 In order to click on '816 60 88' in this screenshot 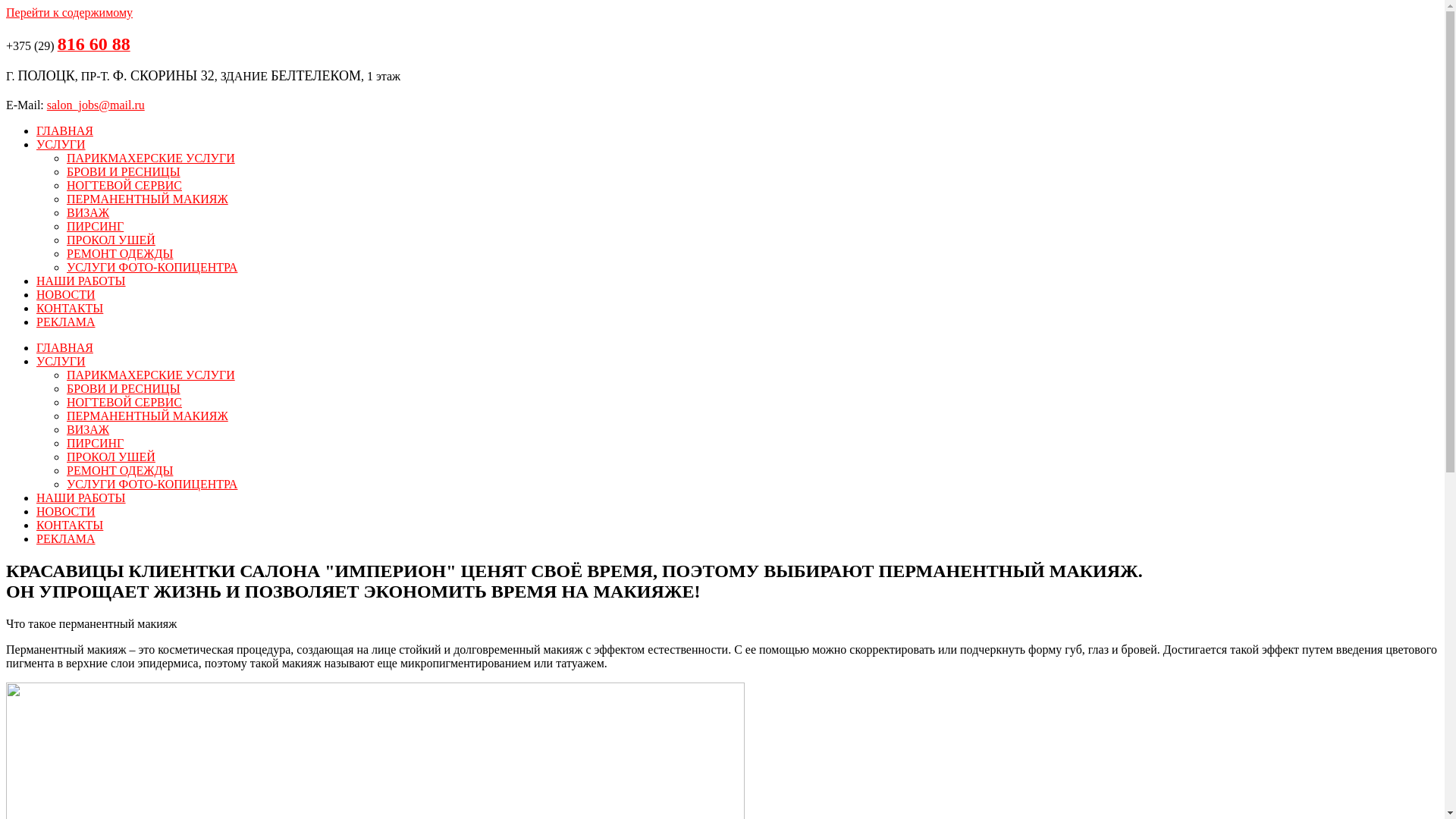, I will do `click(93, 45)`.